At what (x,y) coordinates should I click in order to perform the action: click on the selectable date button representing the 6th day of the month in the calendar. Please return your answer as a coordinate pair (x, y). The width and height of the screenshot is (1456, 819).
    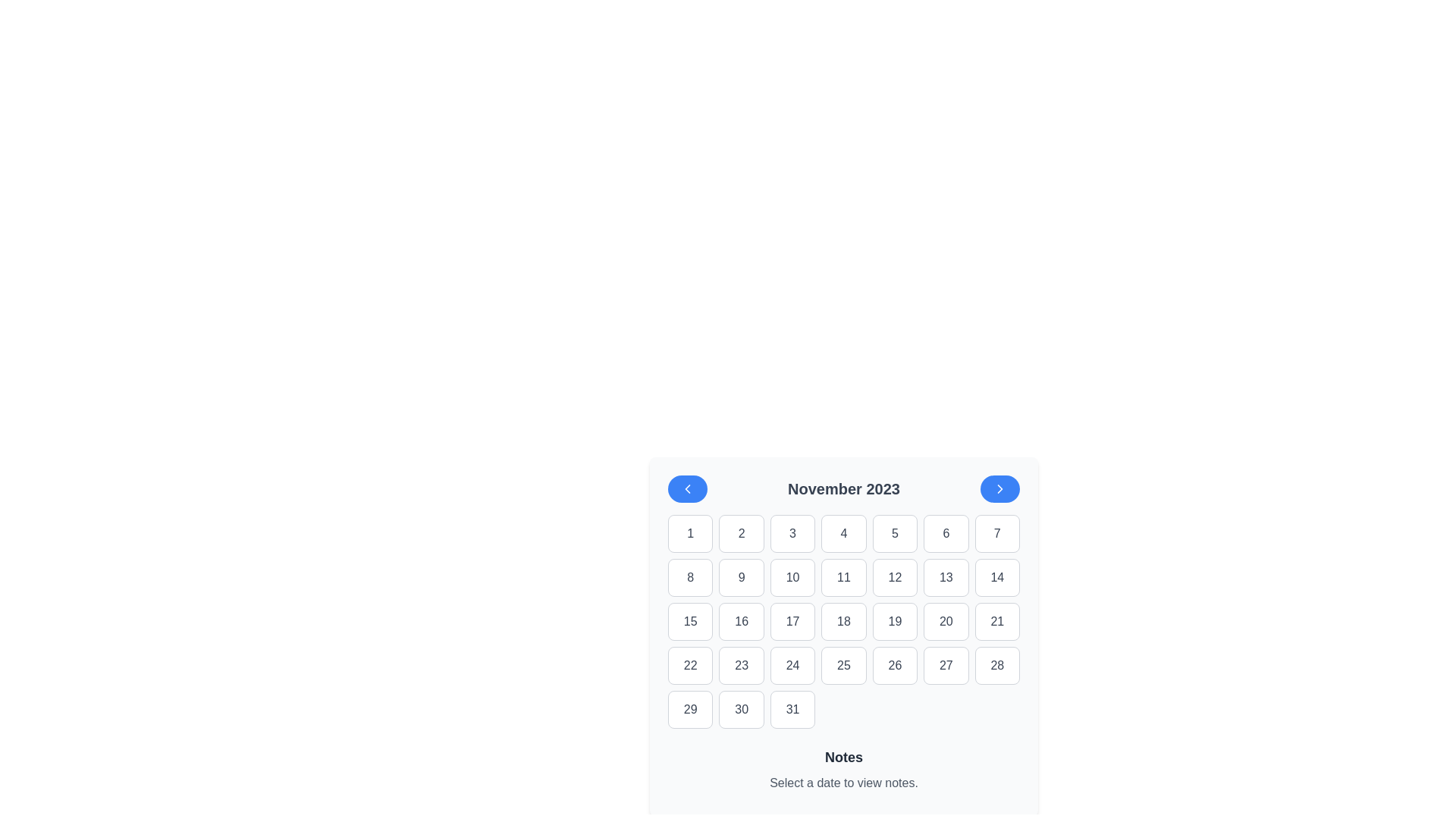
    Looking at the image, I should click on (945, 533).